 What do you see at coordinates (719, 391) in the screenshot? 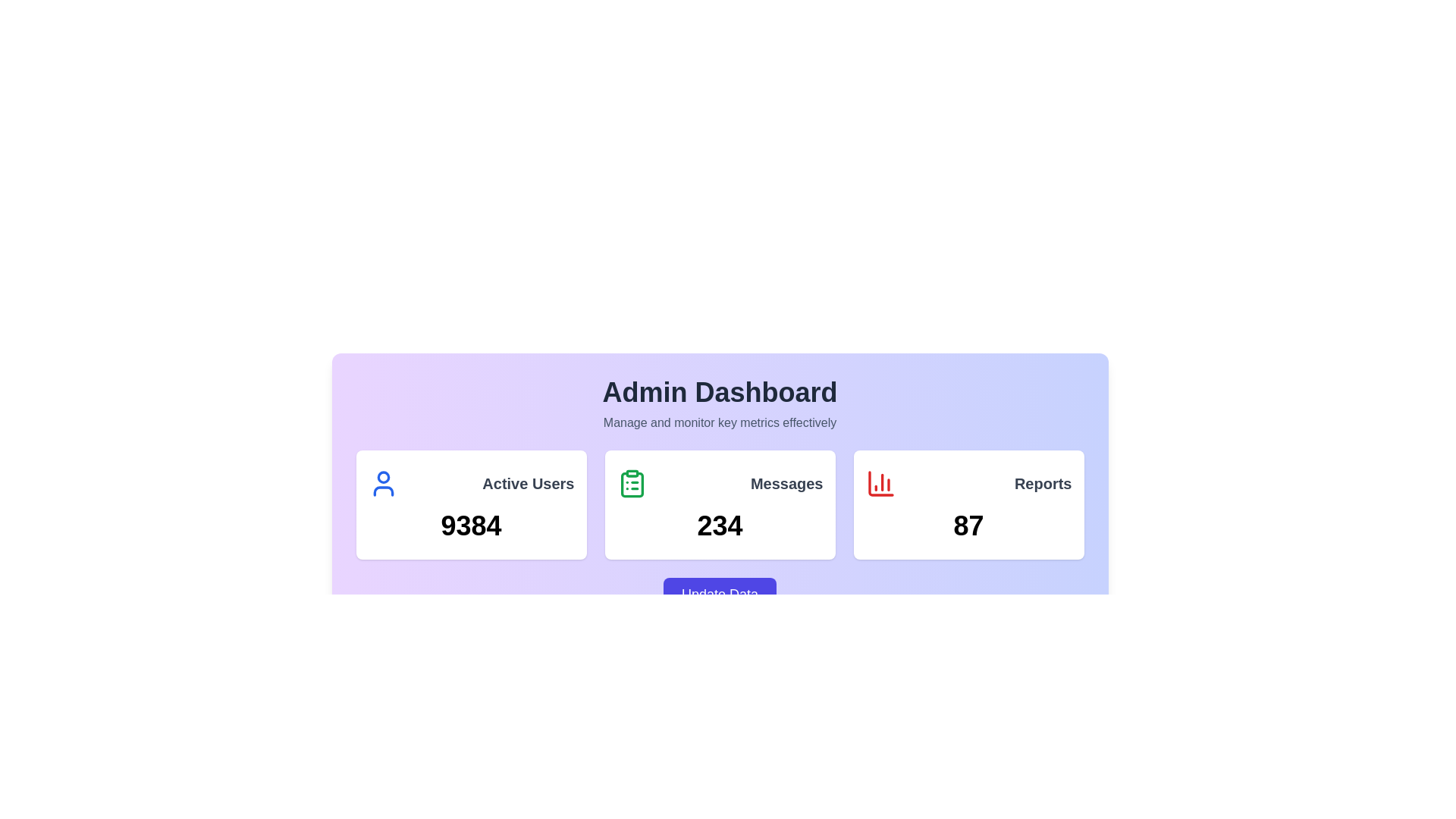
I see `the static text heading at the center-top of the dashboard card, which serves as the title for the content below` at bounding box center [719, 391].